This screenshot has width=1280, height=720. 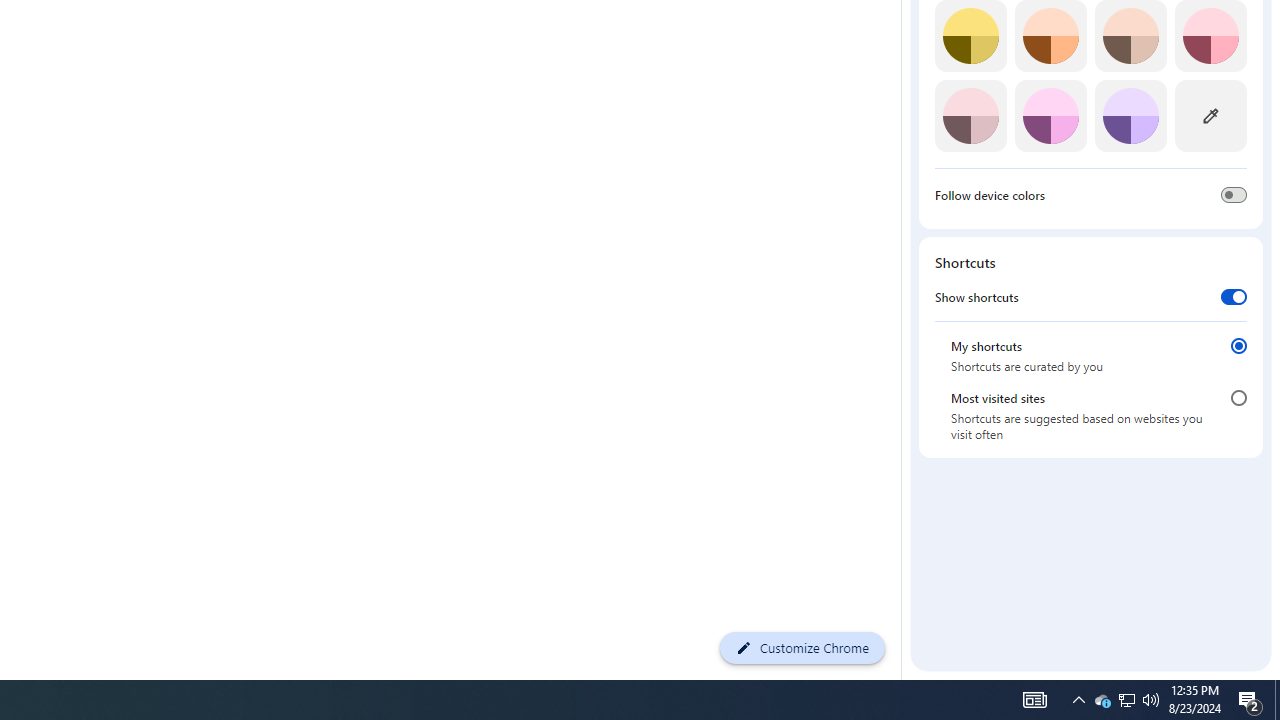 I want to click on 'Apricot', so click(x=1130, y=36).